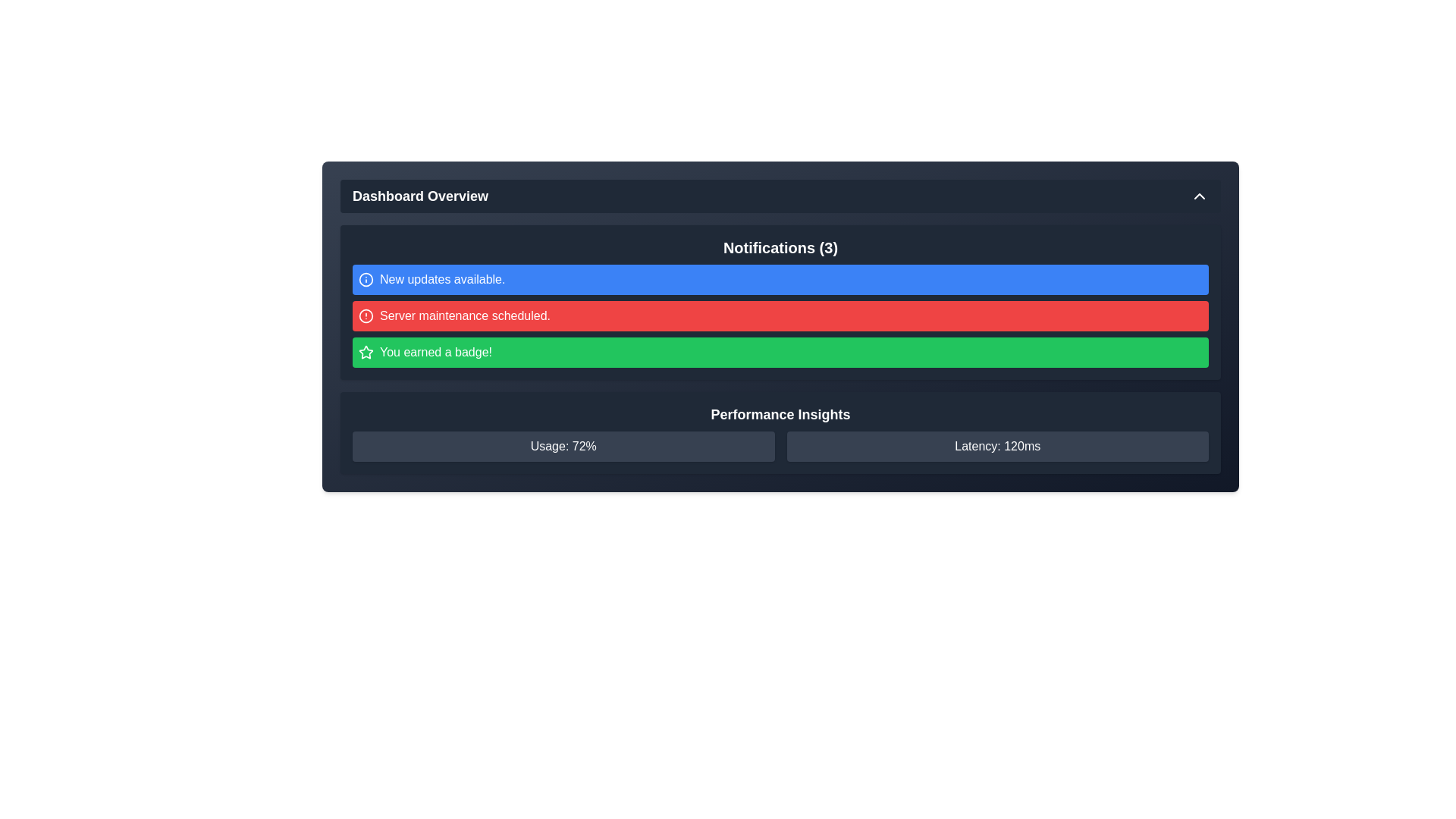  Describe the element at coordinates (997, 446) in the screenshot. I see `the non-interactive Text display component that shows latency information in the 'Performance Insights' section, located to the right of the 'Usage: 72%' component` at that location.